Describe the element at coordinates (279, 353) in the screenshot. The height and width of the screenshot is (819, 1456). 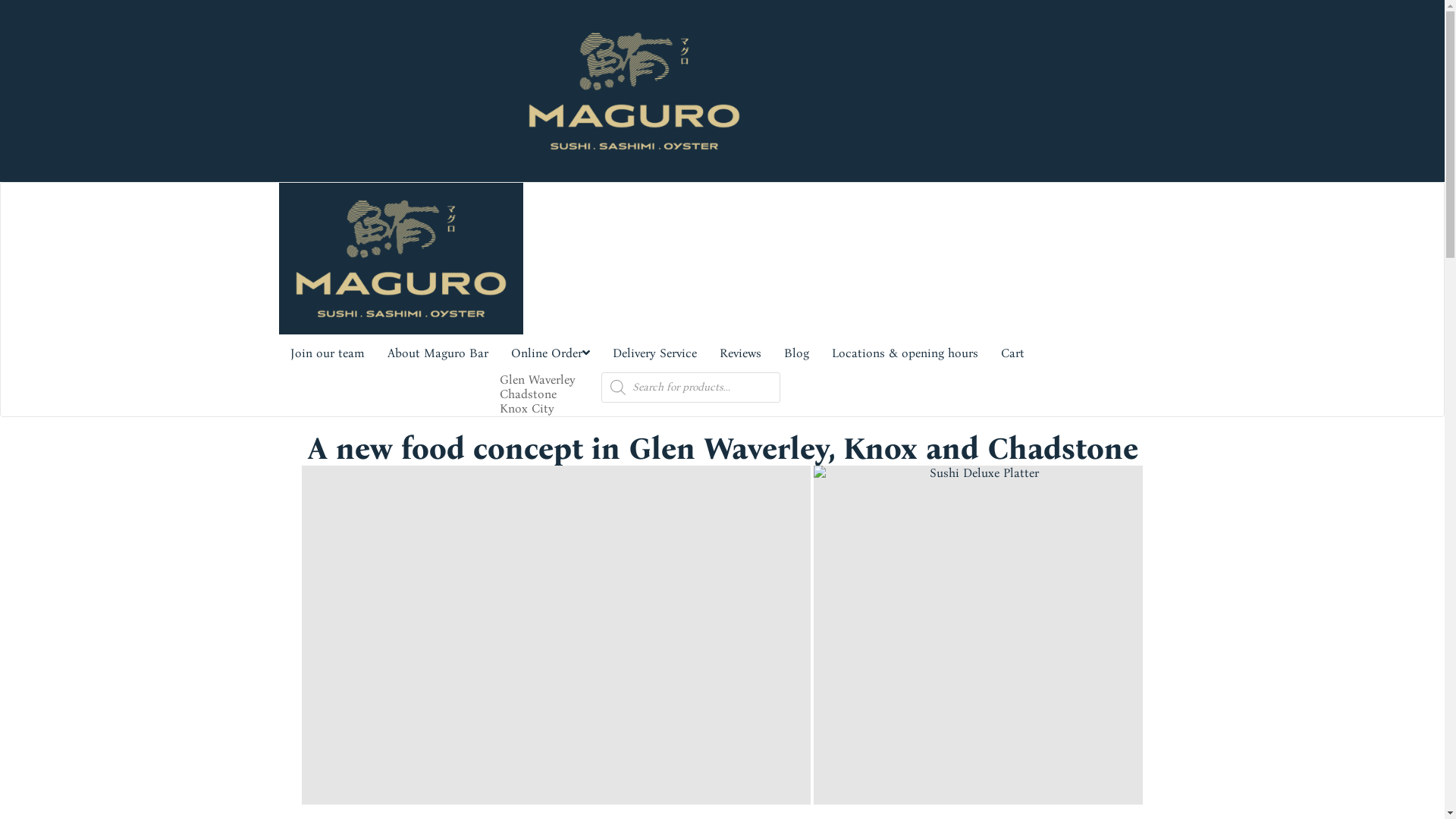
I see `'Join our team'` at that location.